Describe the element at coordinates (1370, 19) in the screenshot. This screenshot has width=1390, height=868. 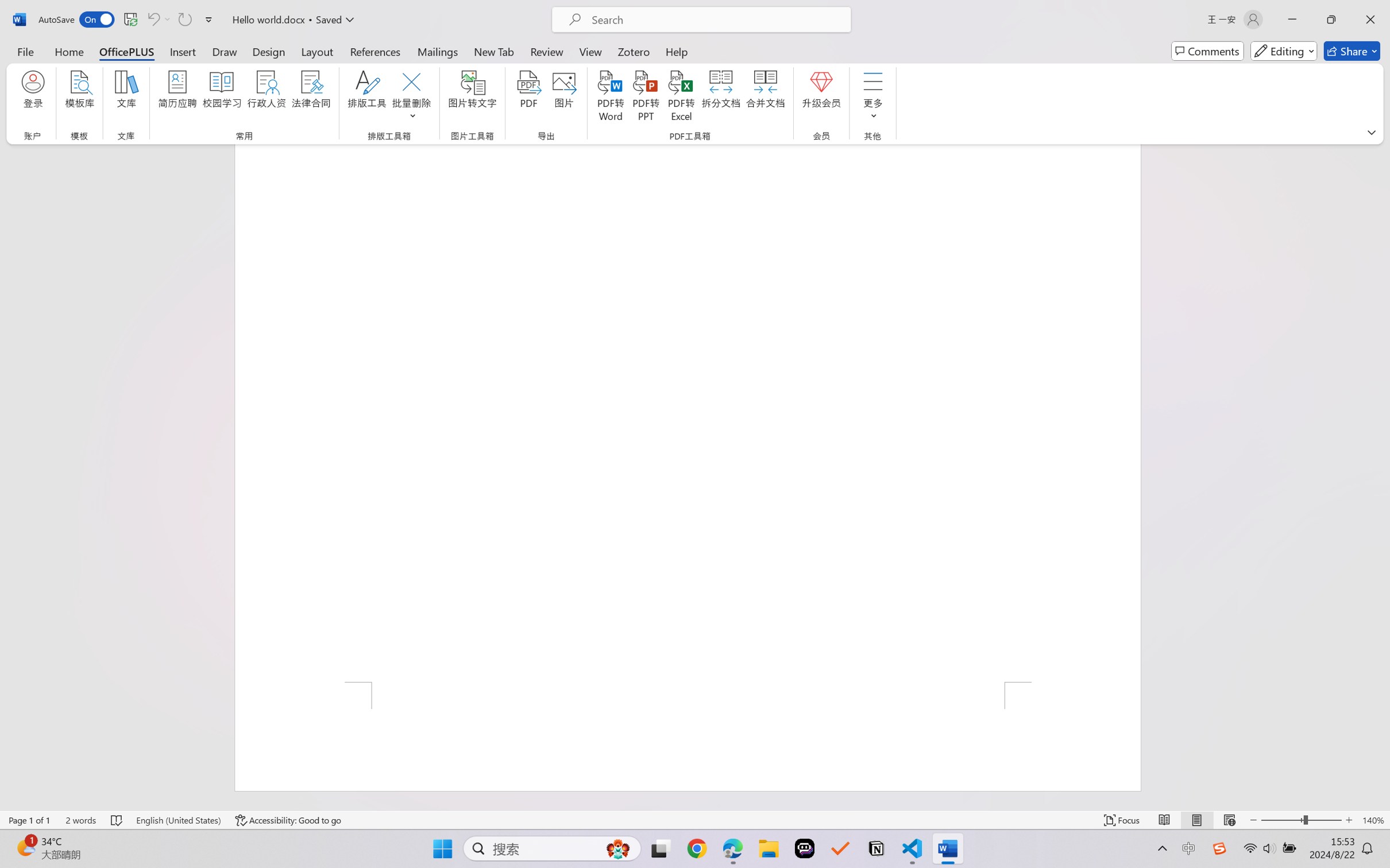
I see `'Close'` at that location.